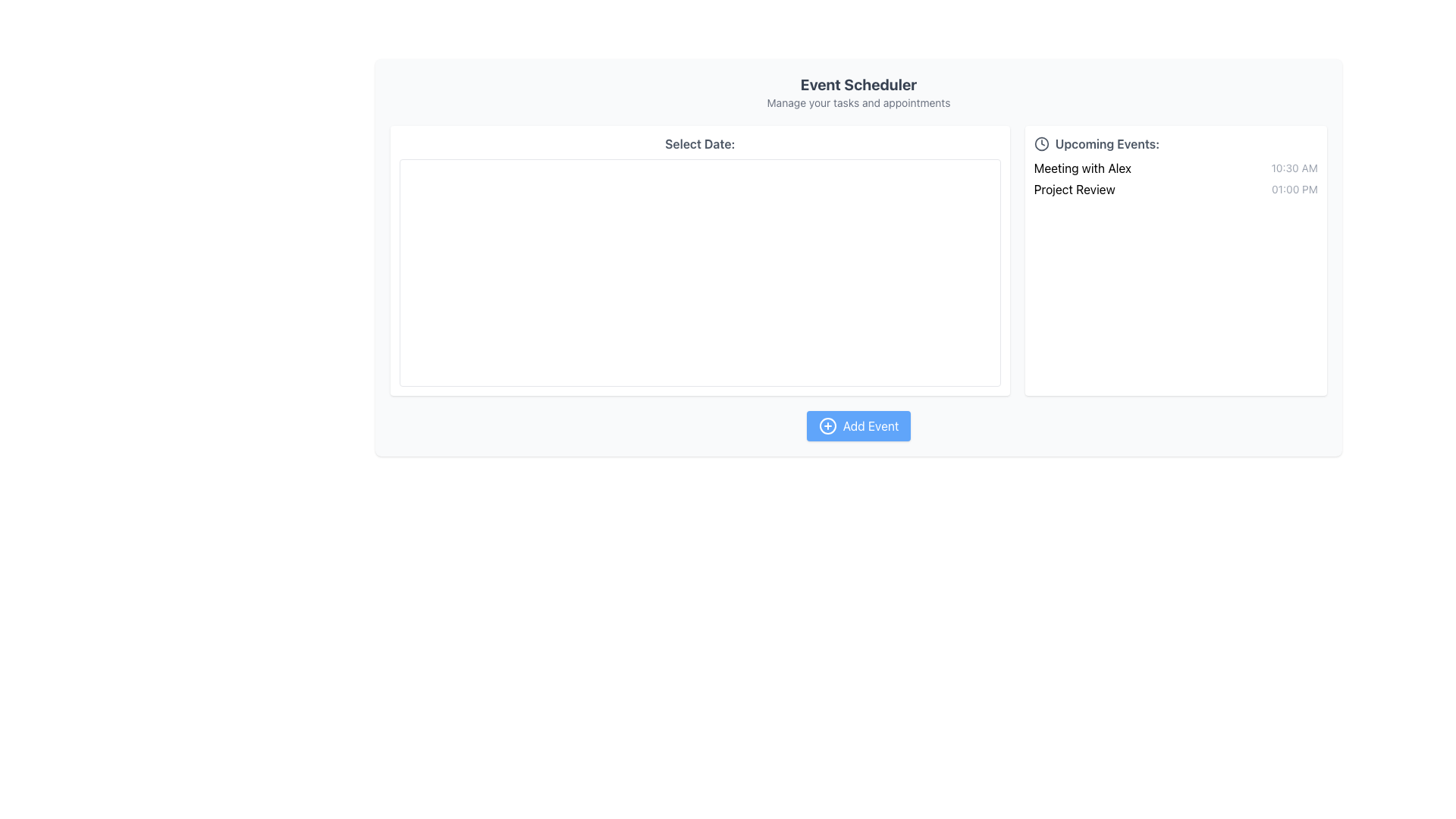 The height and width of the screenshot is (819, 1456). I want to click on the decorative clock icon represented by the circular SVG graphic located in the upper-right section of the UI within the 'Upcoming Events' panel, so click(1040, 143).